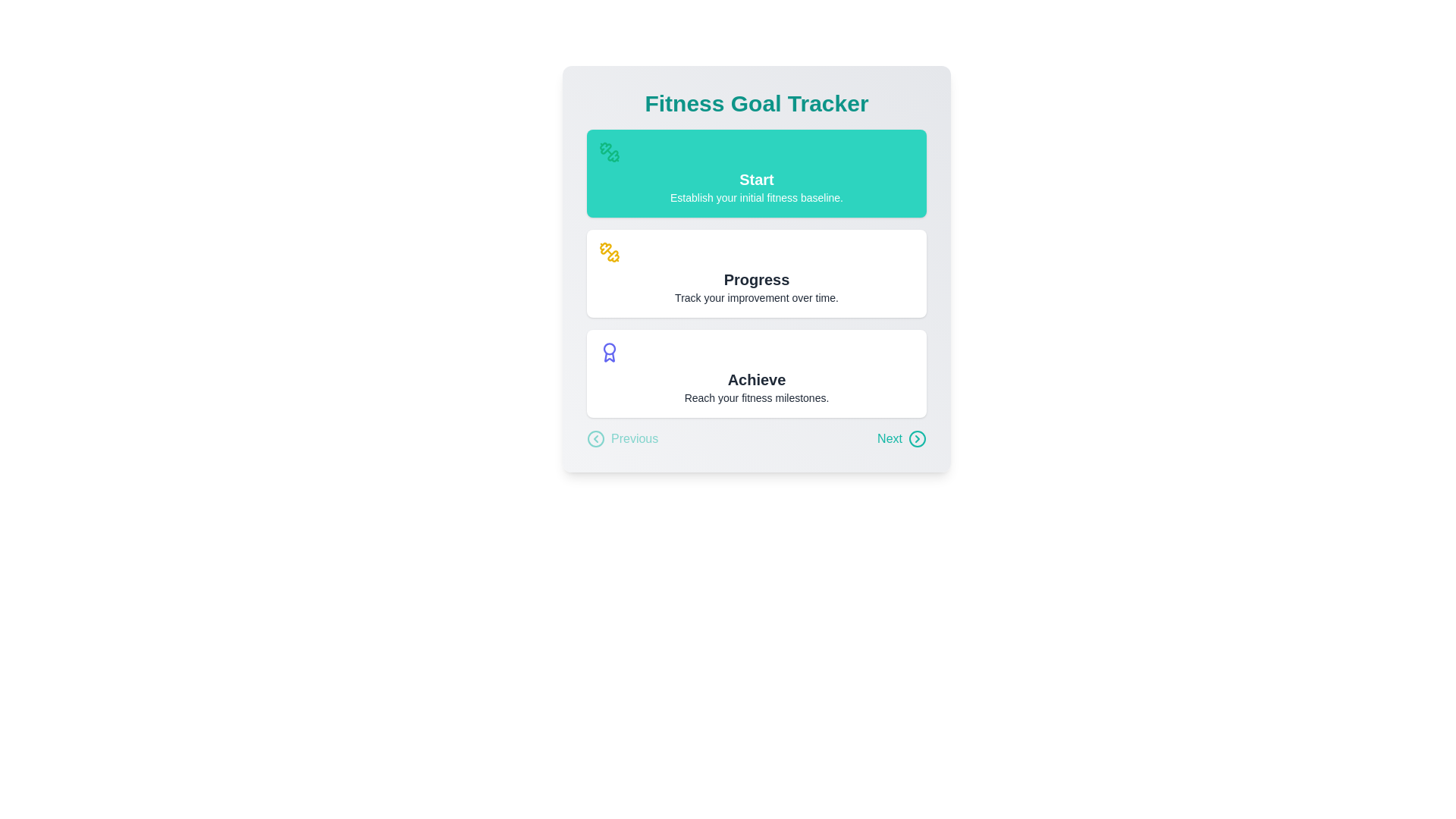 This screenshot has width=1456, height=819. Describe the element at coordinates (610, 353) in the screenshot. I see `the decorative 'award' icon located in the bottom right corner of the 'Achieve' card` at that location.